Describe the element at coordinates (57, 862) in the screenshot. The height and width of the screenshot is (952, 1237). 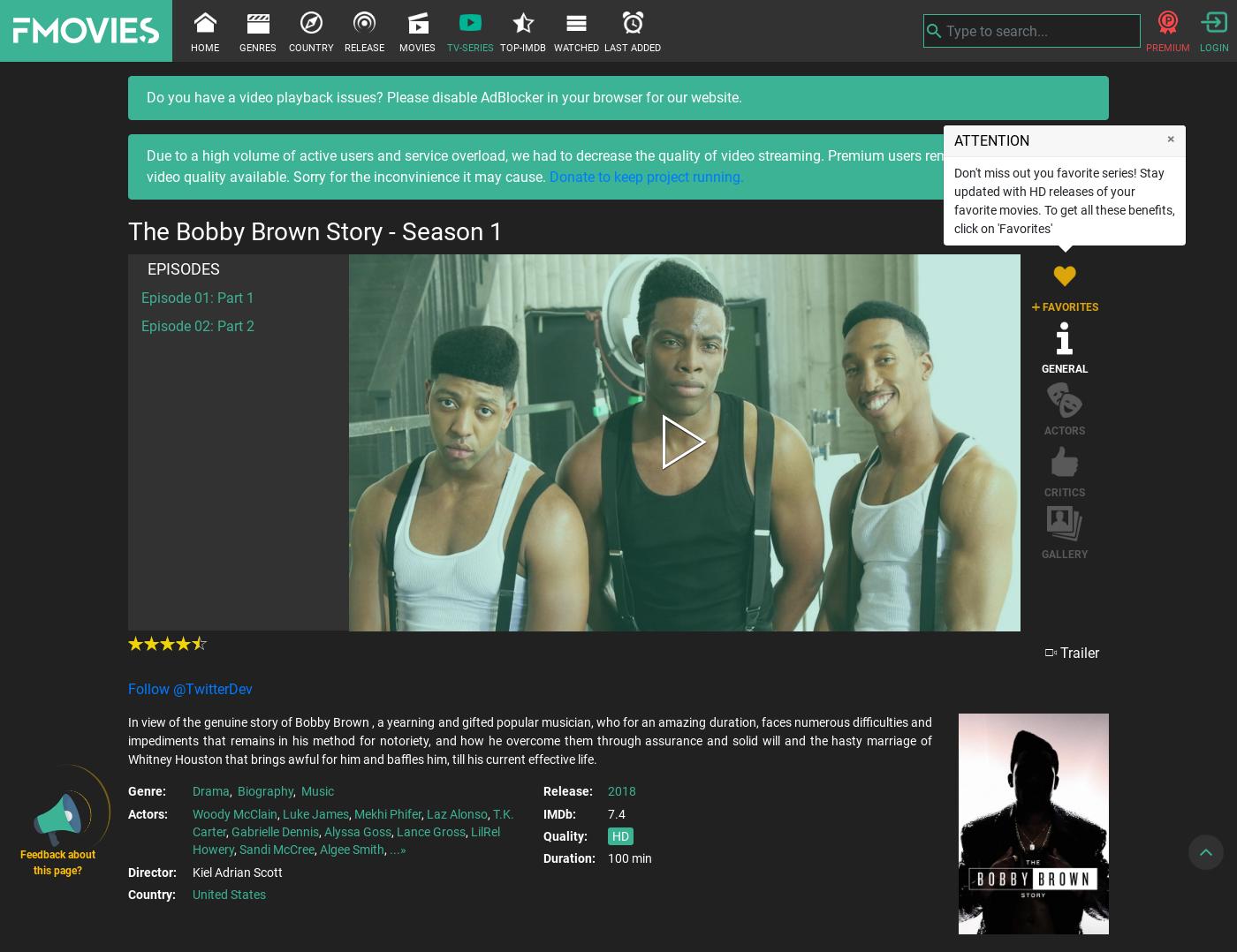
I see `'Feedback about this page?'` at that location.